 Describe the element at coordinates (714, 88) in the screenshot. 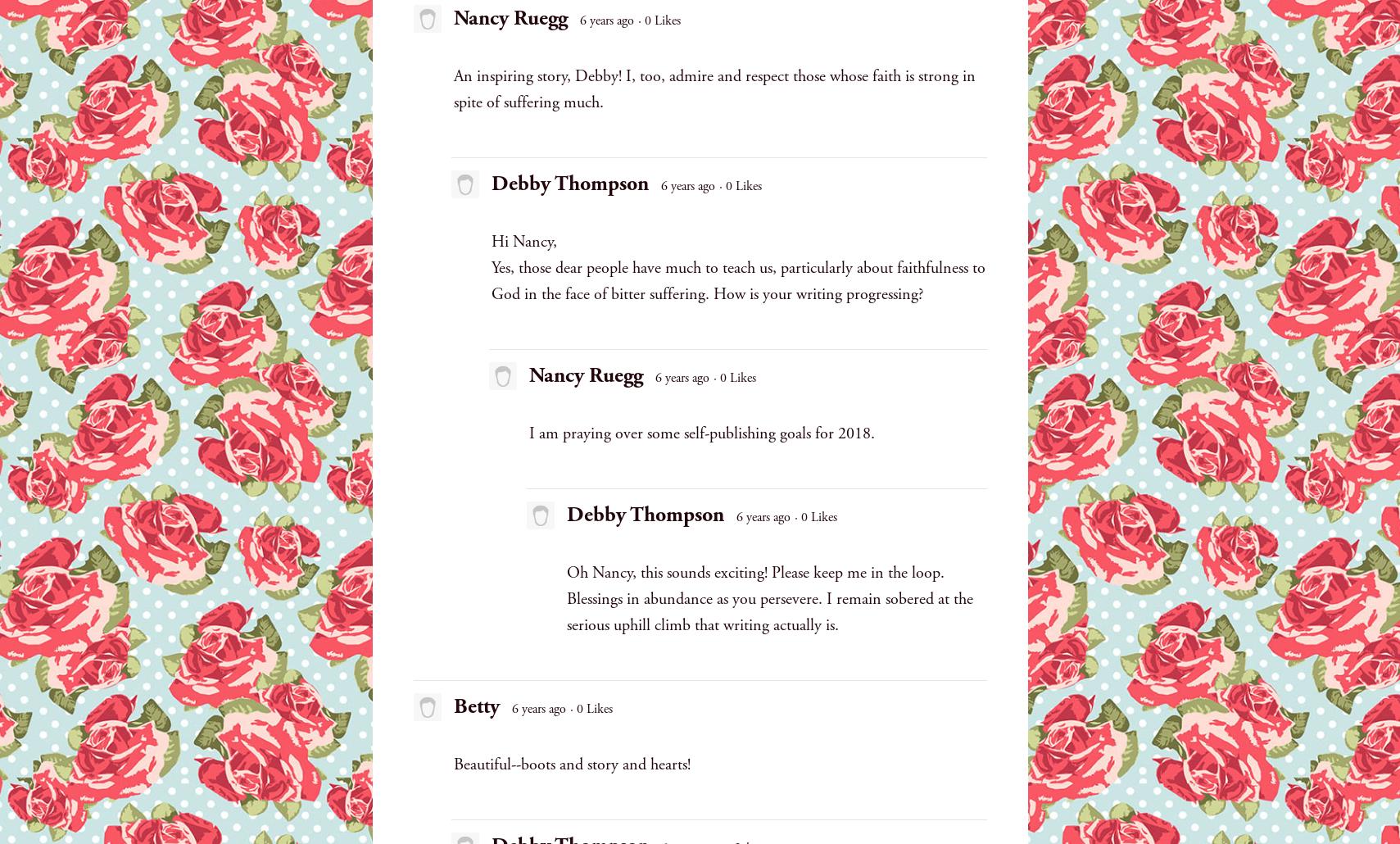

I see `'An inspiring story, Debby! I, too, admire and respect those whose faith is strong in spite of suffering much.'` at that location.